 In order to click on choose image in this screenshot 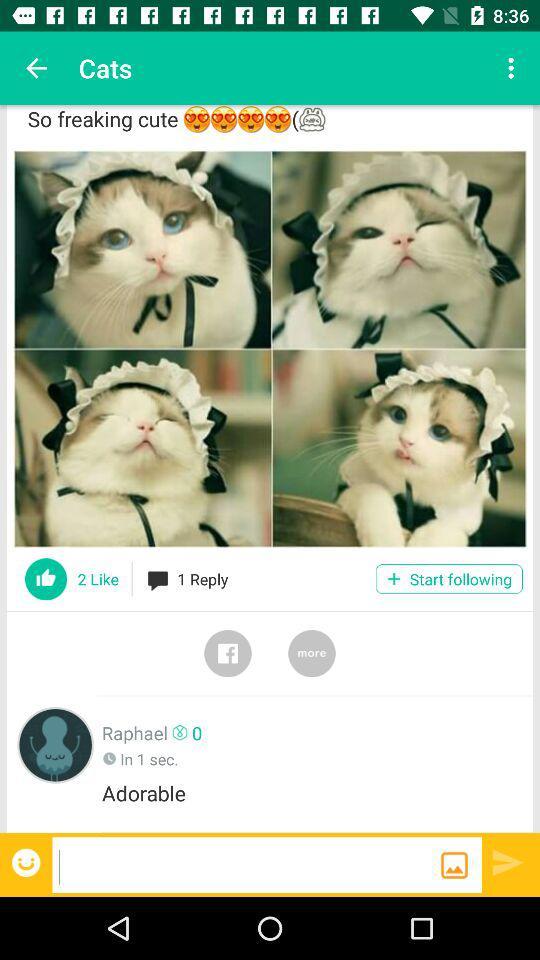, I will do `click(270, 349)`.